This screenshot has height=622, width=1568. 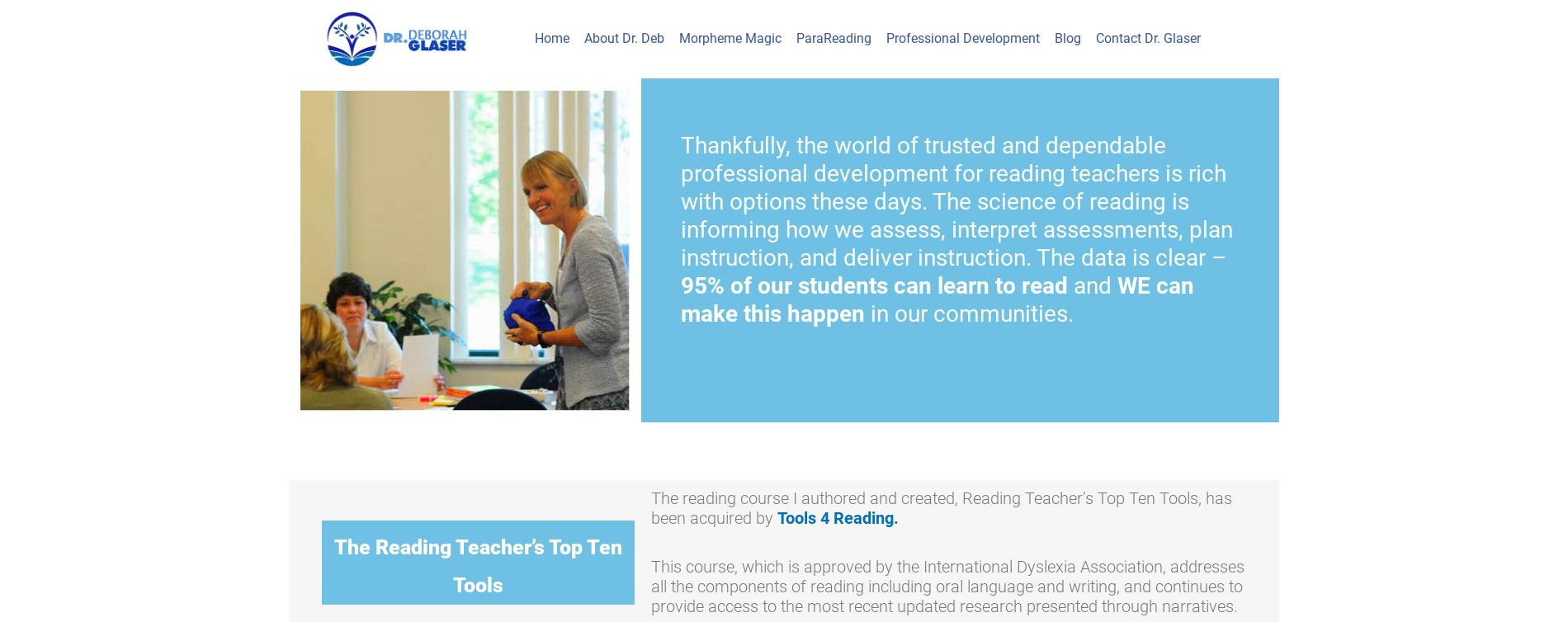 What do you see at coordinates (551, 38) in the screenshot?
I see `'Home'` at bounding box center [551, 38].